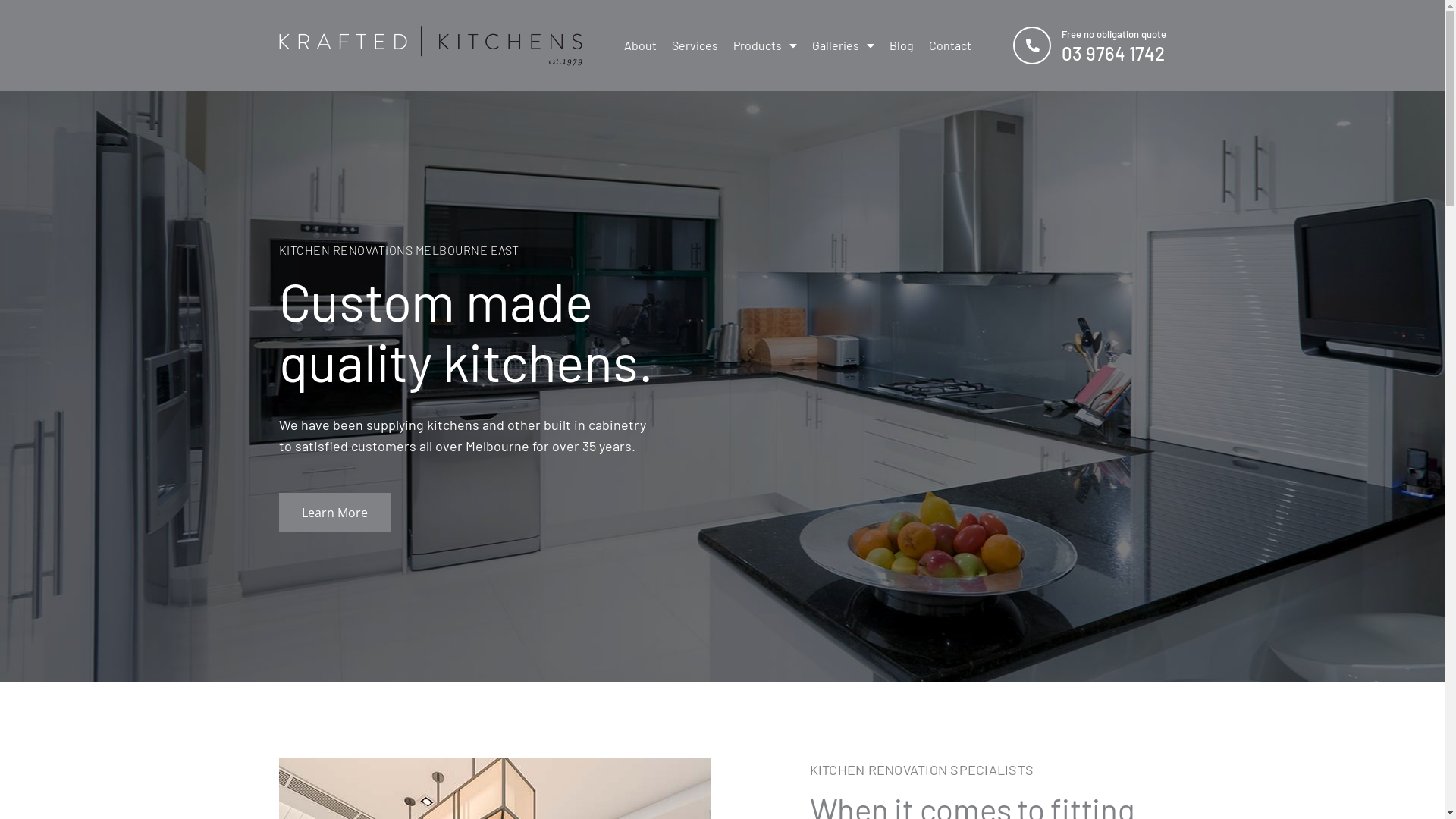 The width and height of the screenshot is (1456, 819). I want to click on 'Galleries', so click(841, 45).